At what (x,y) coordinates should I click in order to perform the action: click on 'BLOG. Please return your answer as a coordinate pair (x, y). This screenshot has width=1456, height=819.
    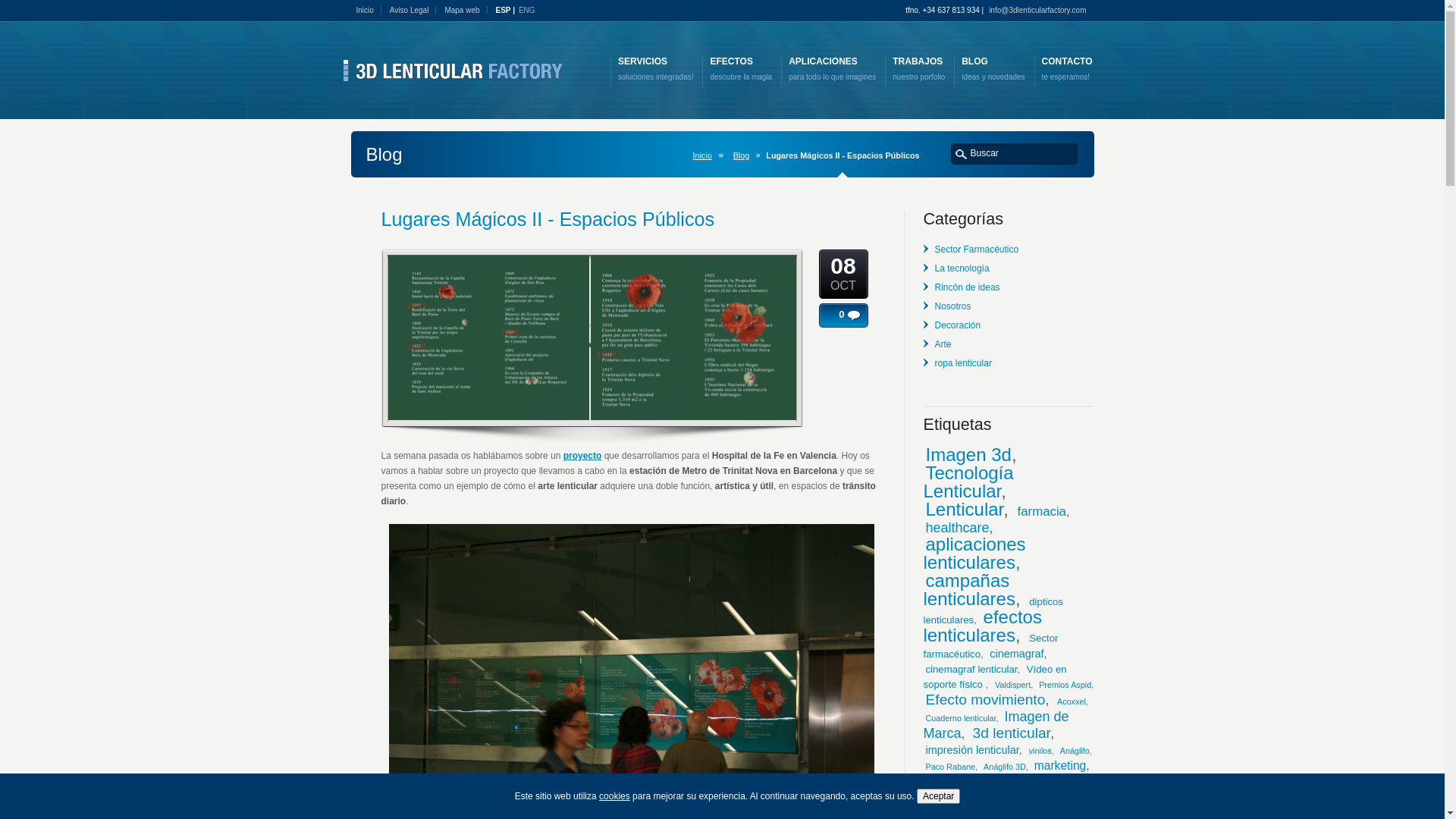
    Looking at the image, I should click on (993, 69).